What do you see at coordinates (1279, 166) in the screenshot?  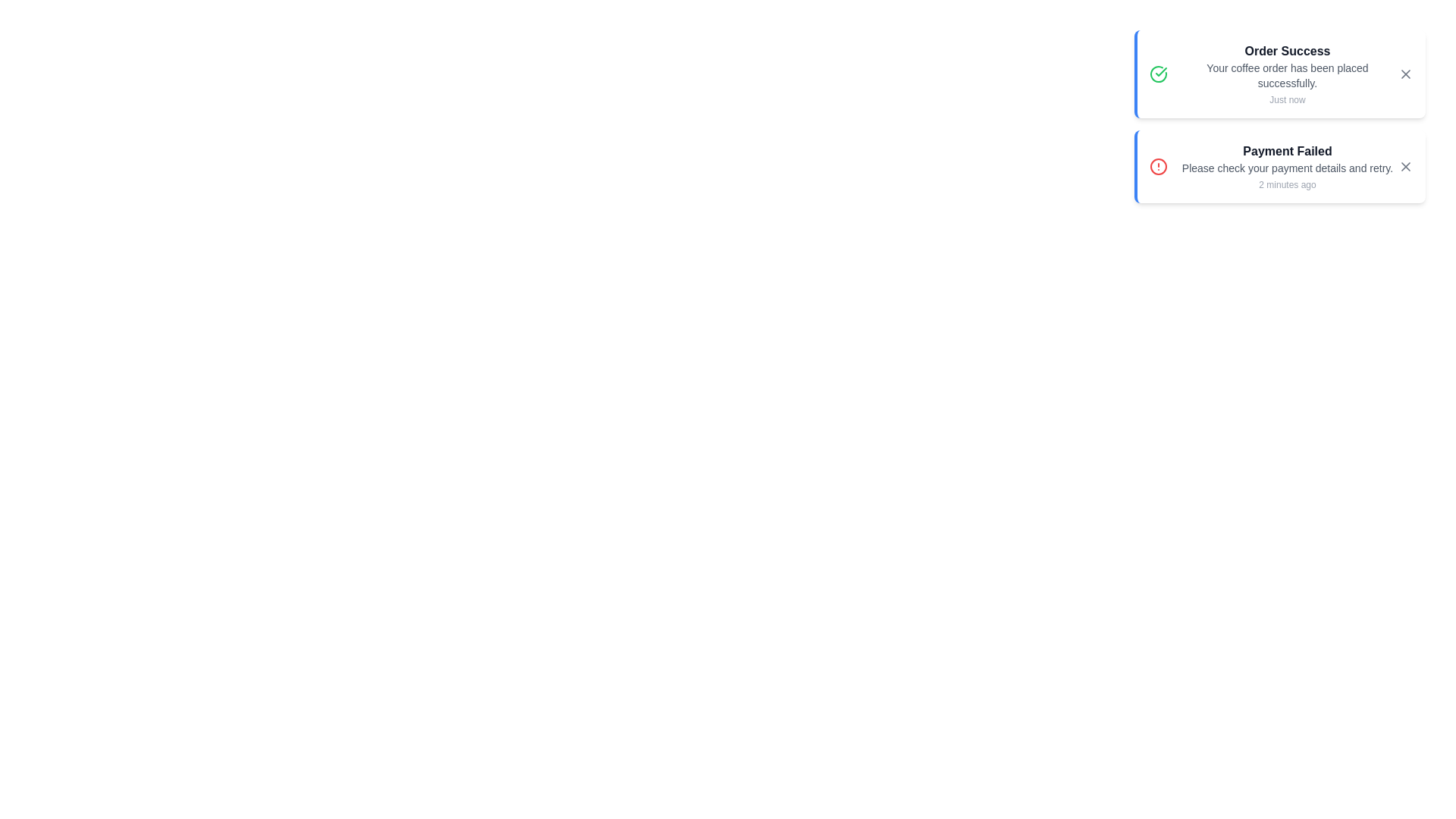 I see `the notification item Payment Failed` at bounding box center [1279, 166].